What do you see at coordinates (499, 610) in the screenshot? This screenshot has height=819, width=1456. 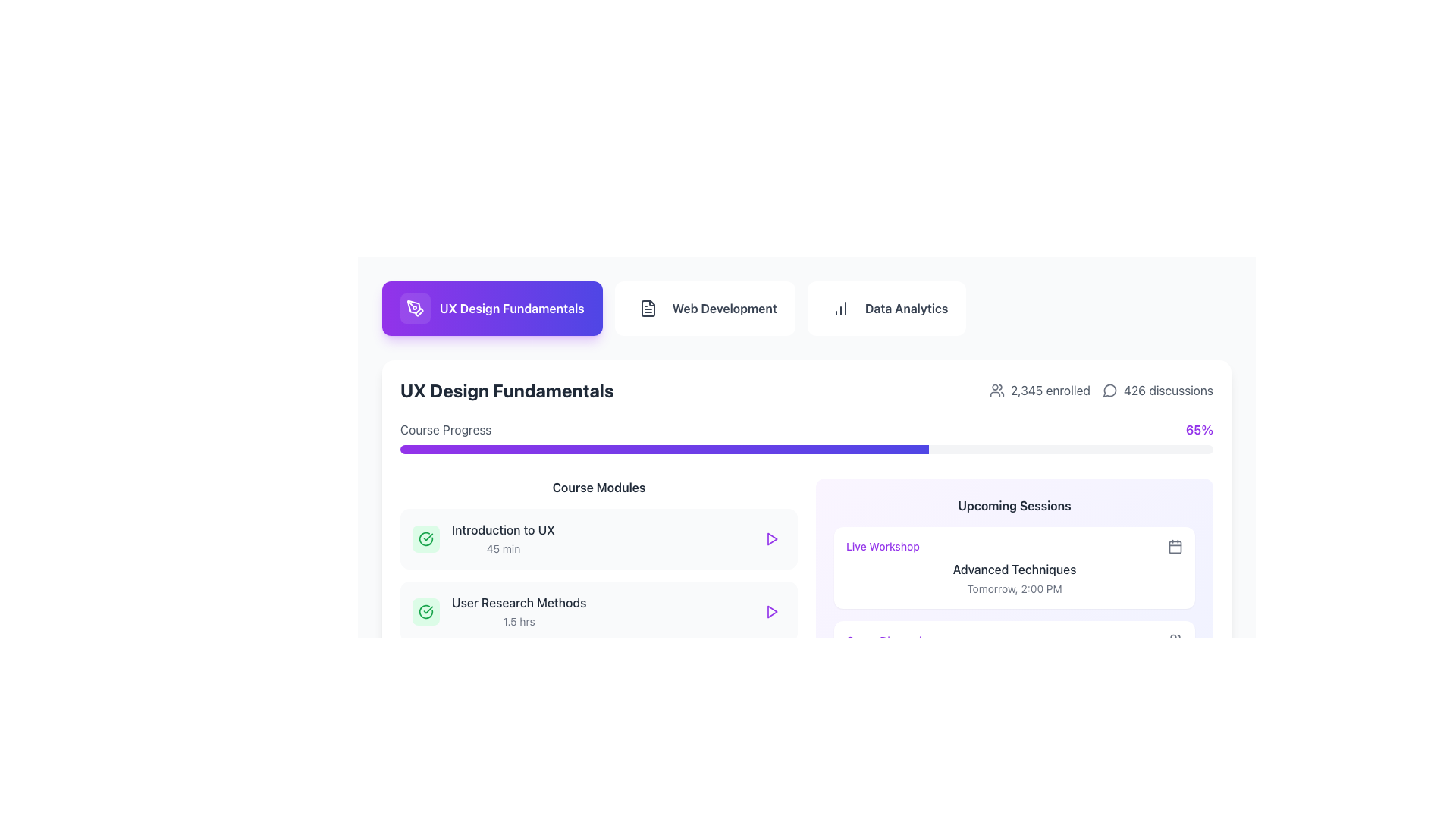 I see `the List item displaying 'User Research Methods' with a green background and white checkmark icon` at bounding box center [499, 610].